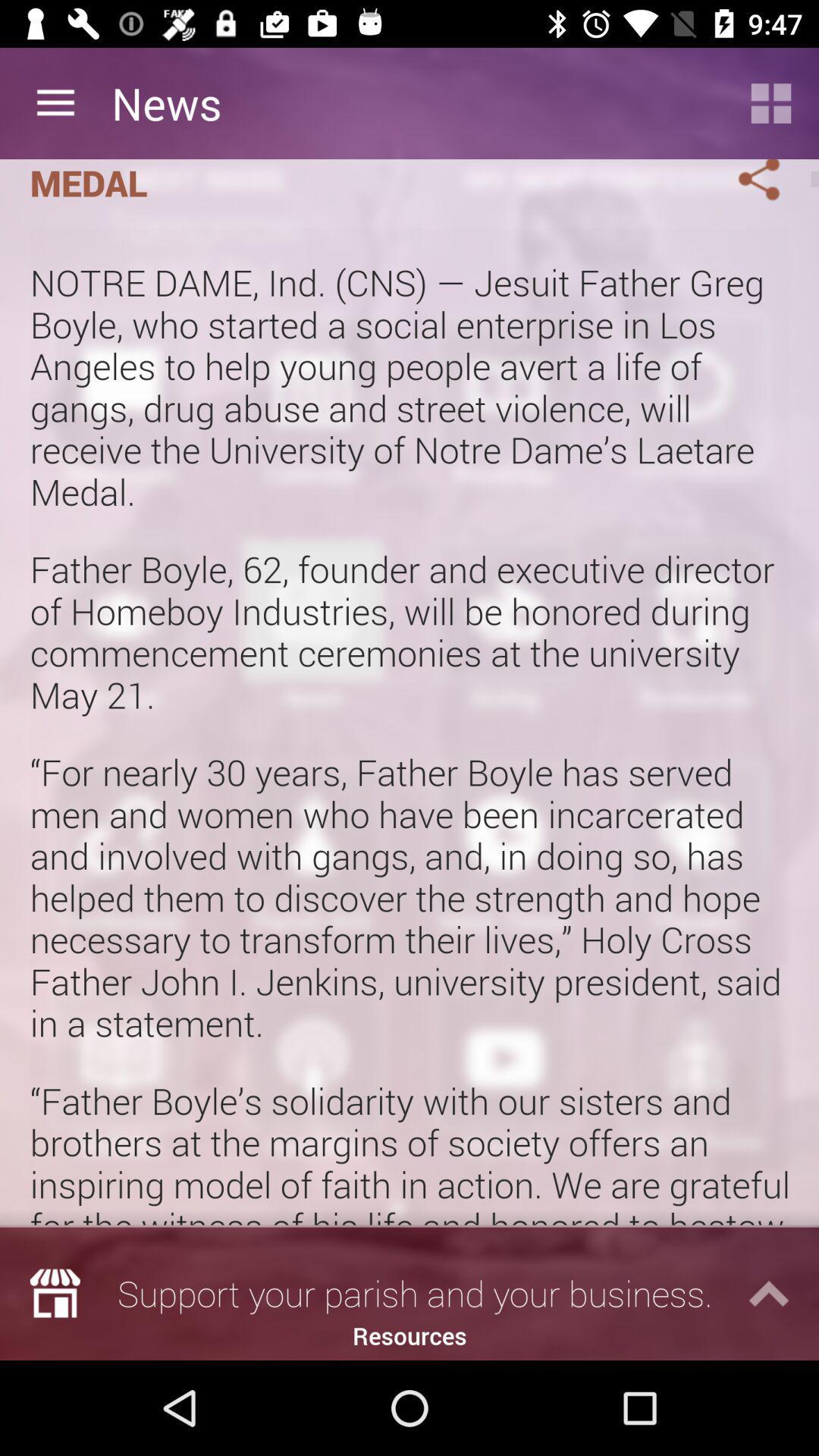 Image resolution: width=819 pixels, height=1456 pixels. I want to click on the icon below the homeboy industries founder icon, so click(409, 726).